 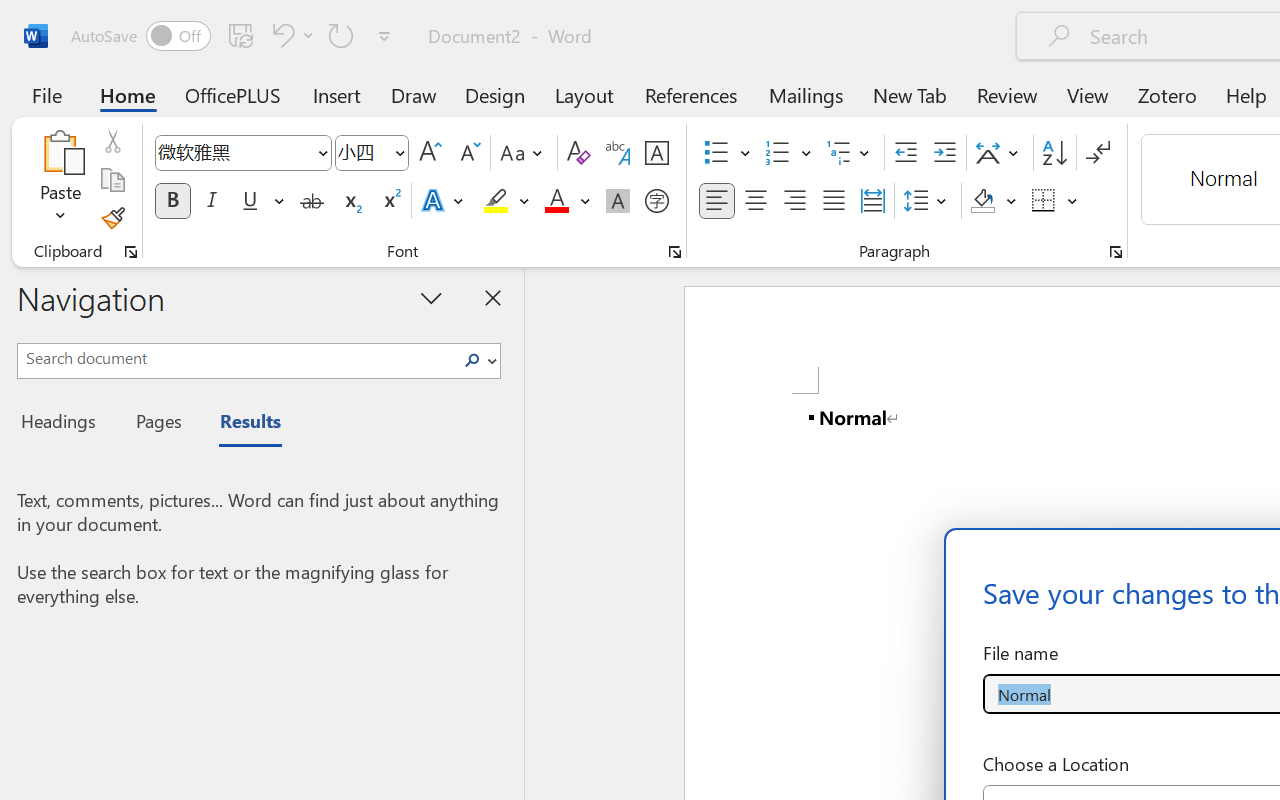 What do you see at coordinates (943, 153) in the screenshot?
I see `'Increase Indent'` at bounding box center [943, 153].